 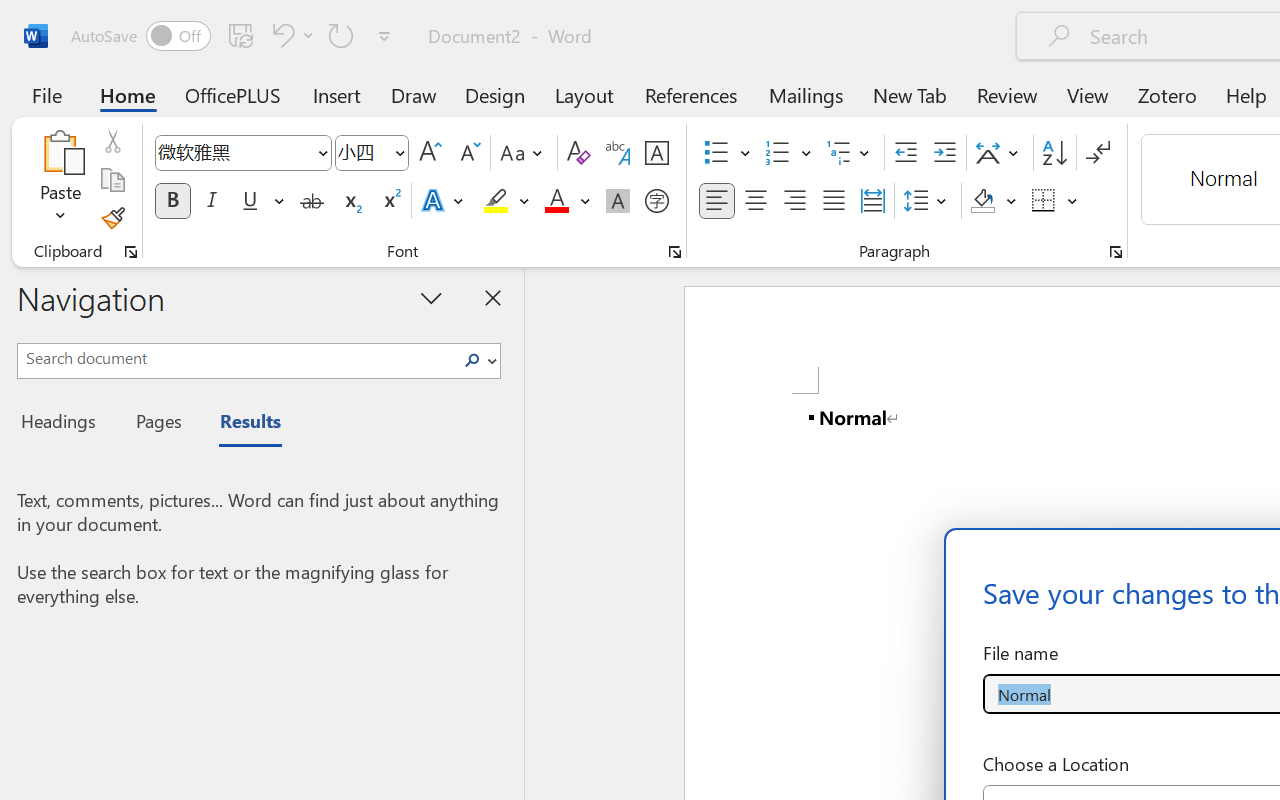 What do you see at coordinates (943, 153) in the screenshot?
I see `'Increase Indent'` at bounding box center [943, 153].